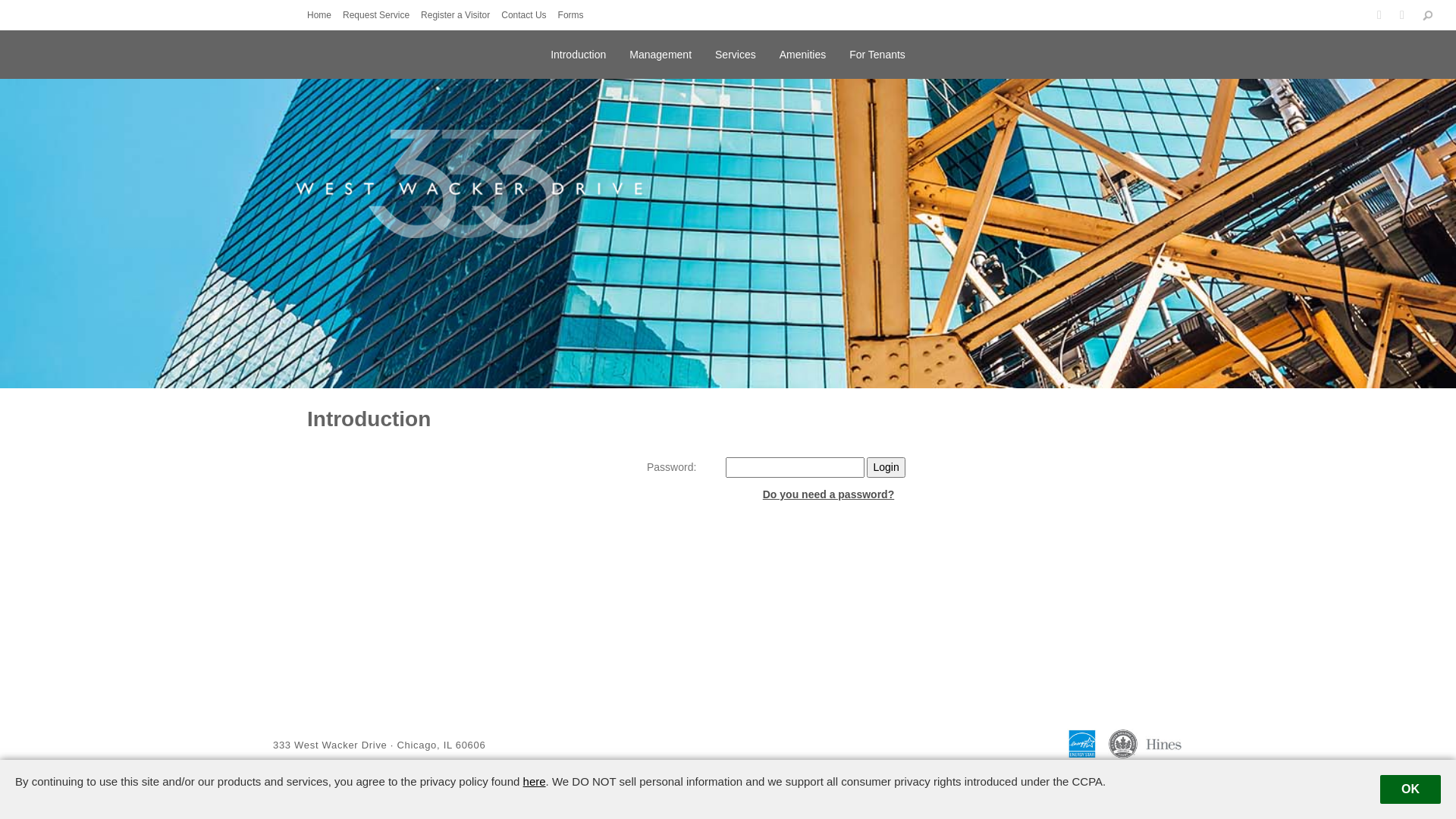  What do you see at coordinates (535, 781) in the screenshot?
I see `'here'` at bounding box center [535, 781].